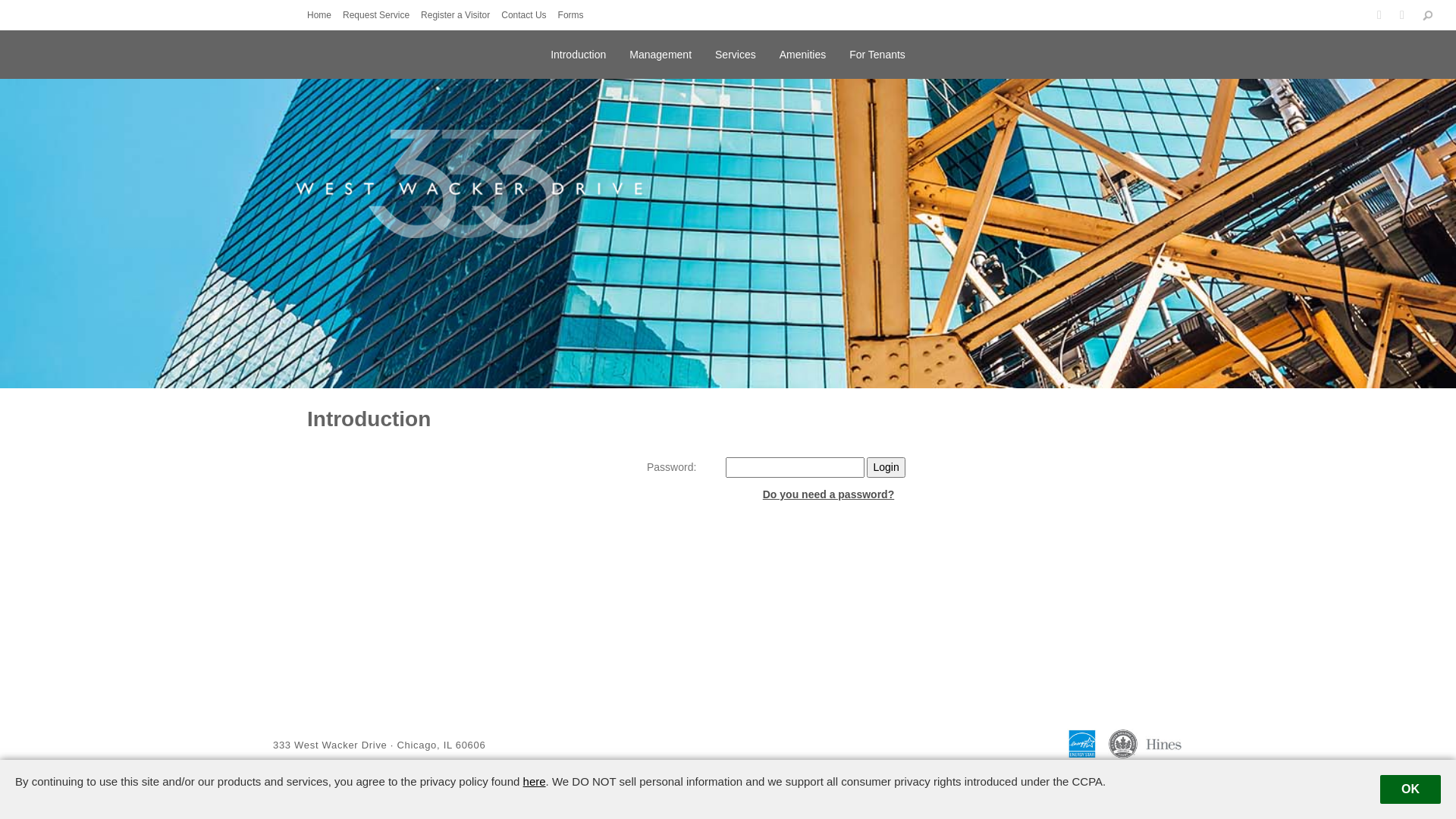  What do you see at coordinates (535, 781) in the screenshot?
I see `'here'` at bounding box center [535, 781].